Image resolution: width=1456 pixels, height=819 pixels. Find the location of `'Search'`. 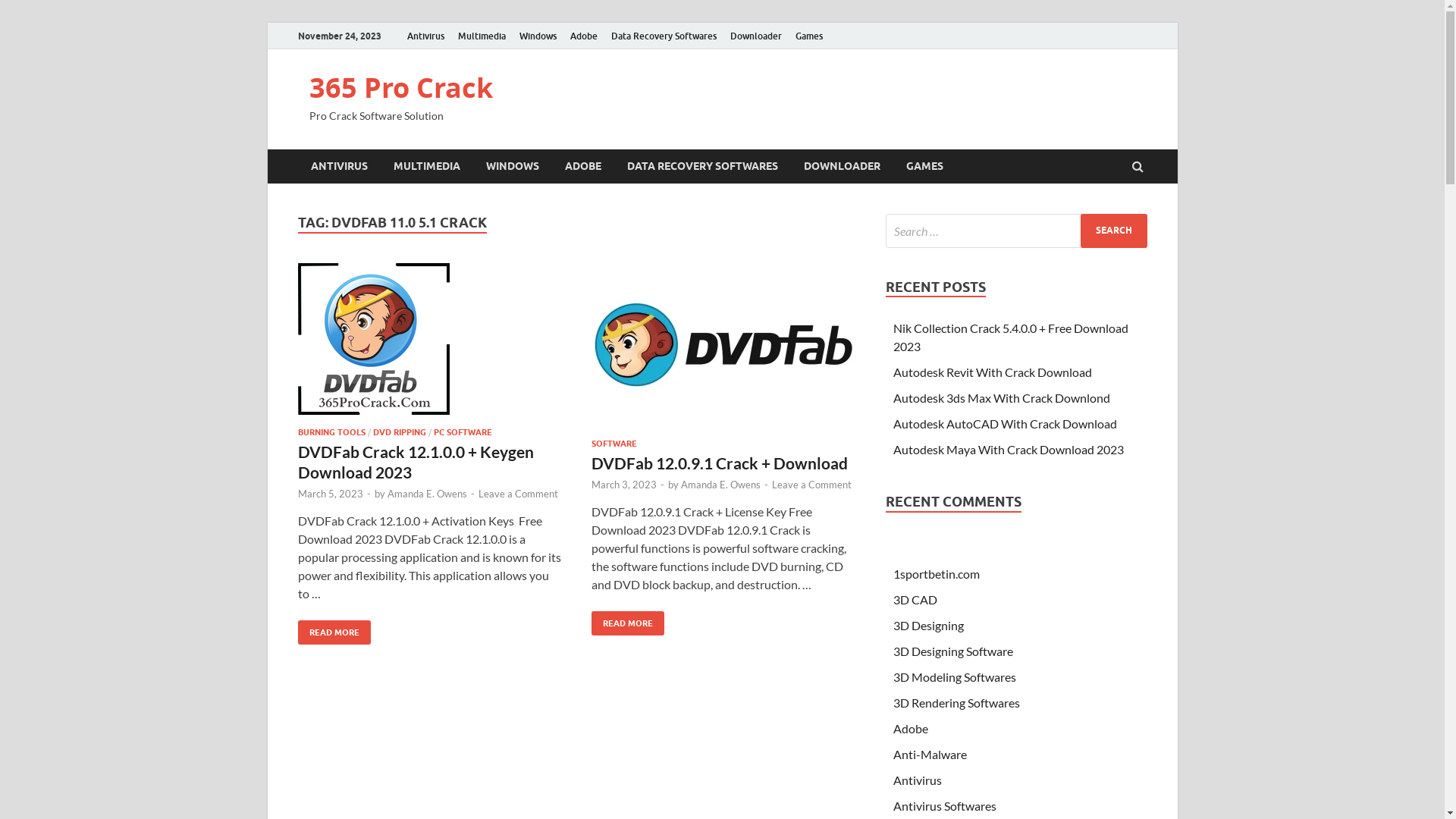

'Search' is located at coordinates (1113, 231).